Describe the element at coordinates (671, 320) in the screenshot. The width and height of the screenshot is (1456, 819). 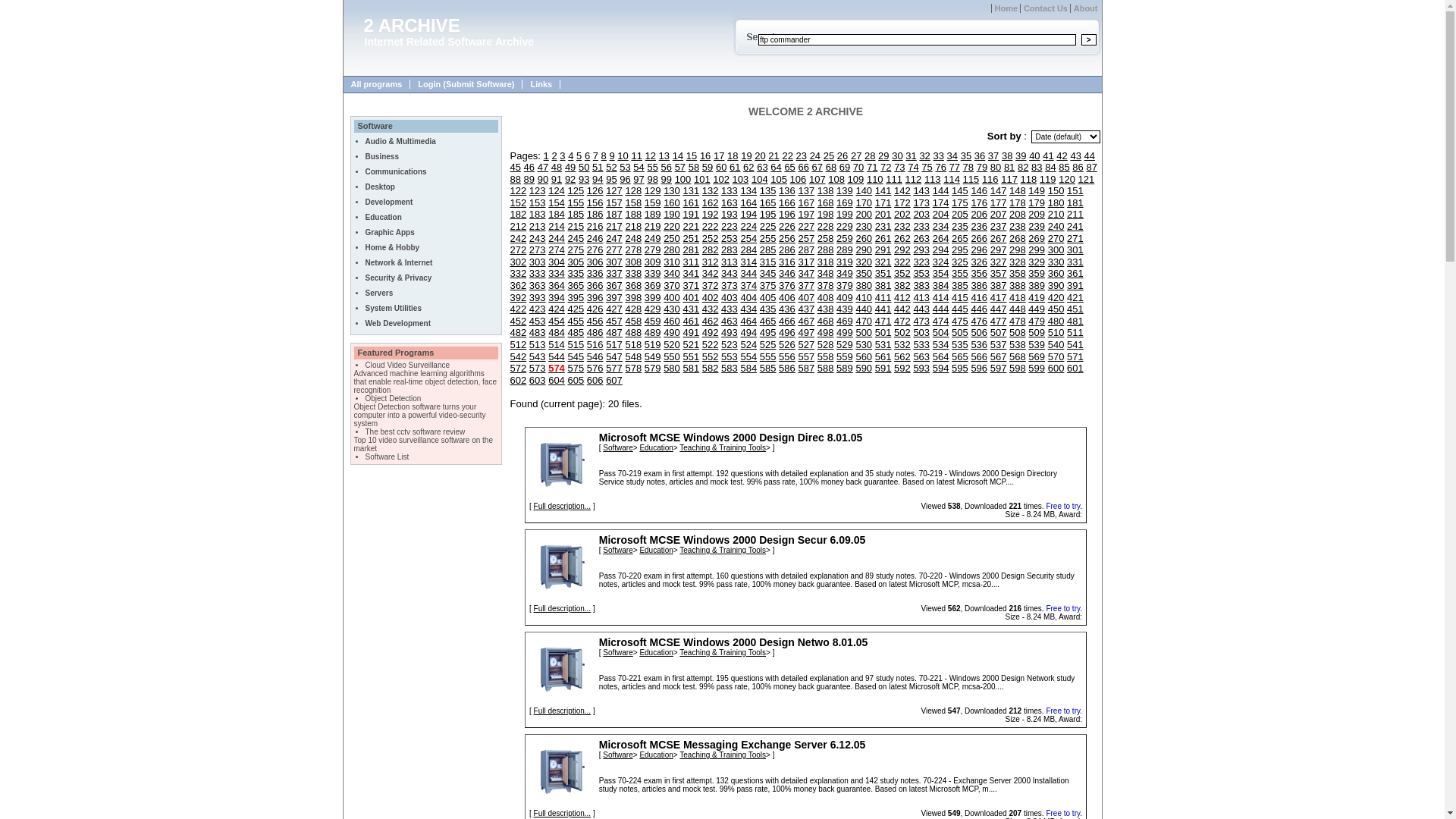
I see `'460'` at that location.